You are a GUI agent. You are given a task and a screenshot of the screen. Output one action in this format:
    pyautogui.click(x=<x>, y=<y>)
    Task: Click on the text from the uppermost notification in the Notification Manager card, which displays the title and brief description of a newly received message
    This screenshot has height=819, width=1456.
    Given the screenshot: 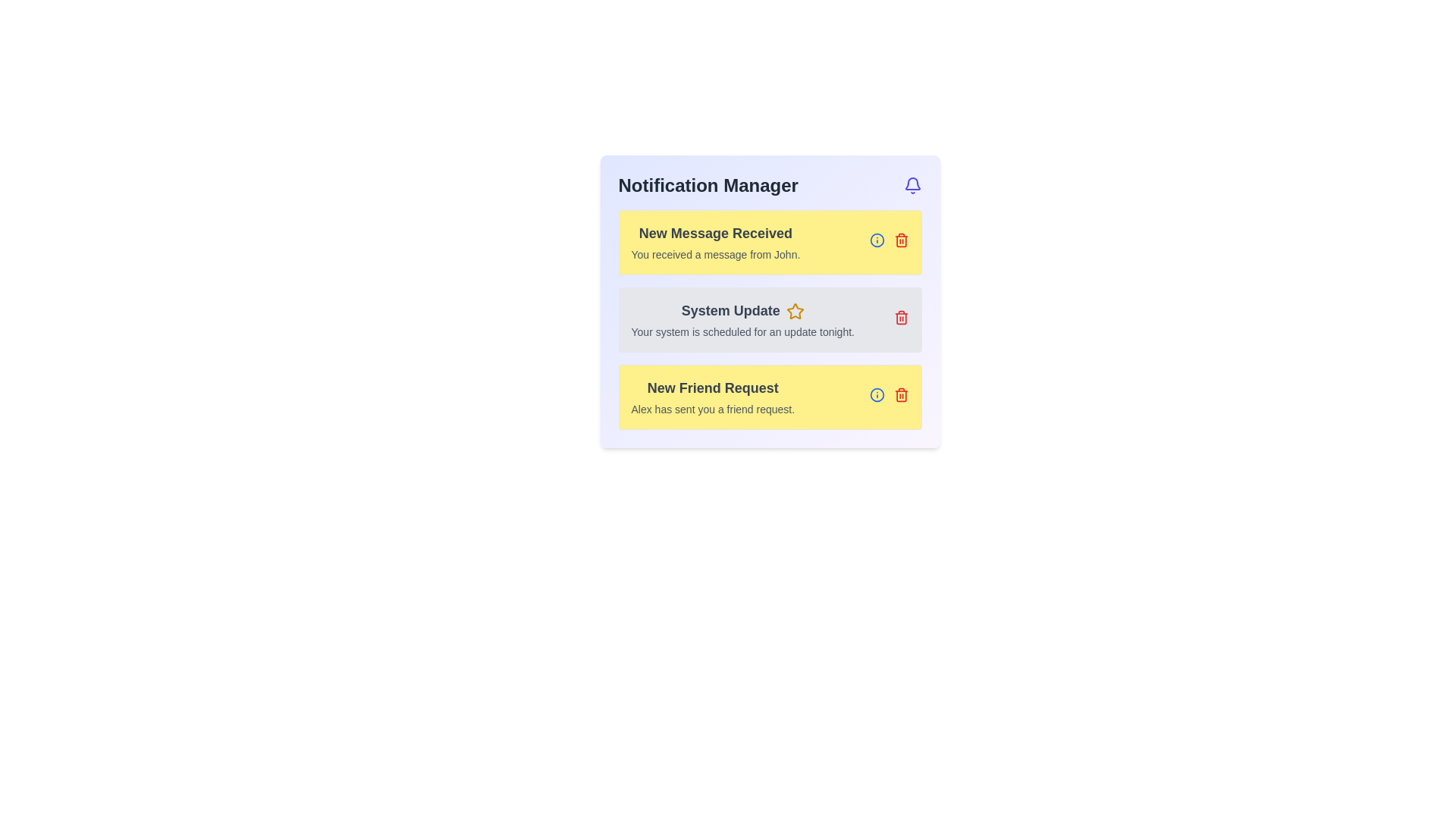 What is the action you would take?
    pyautogui.click(x=714, y=242)
    